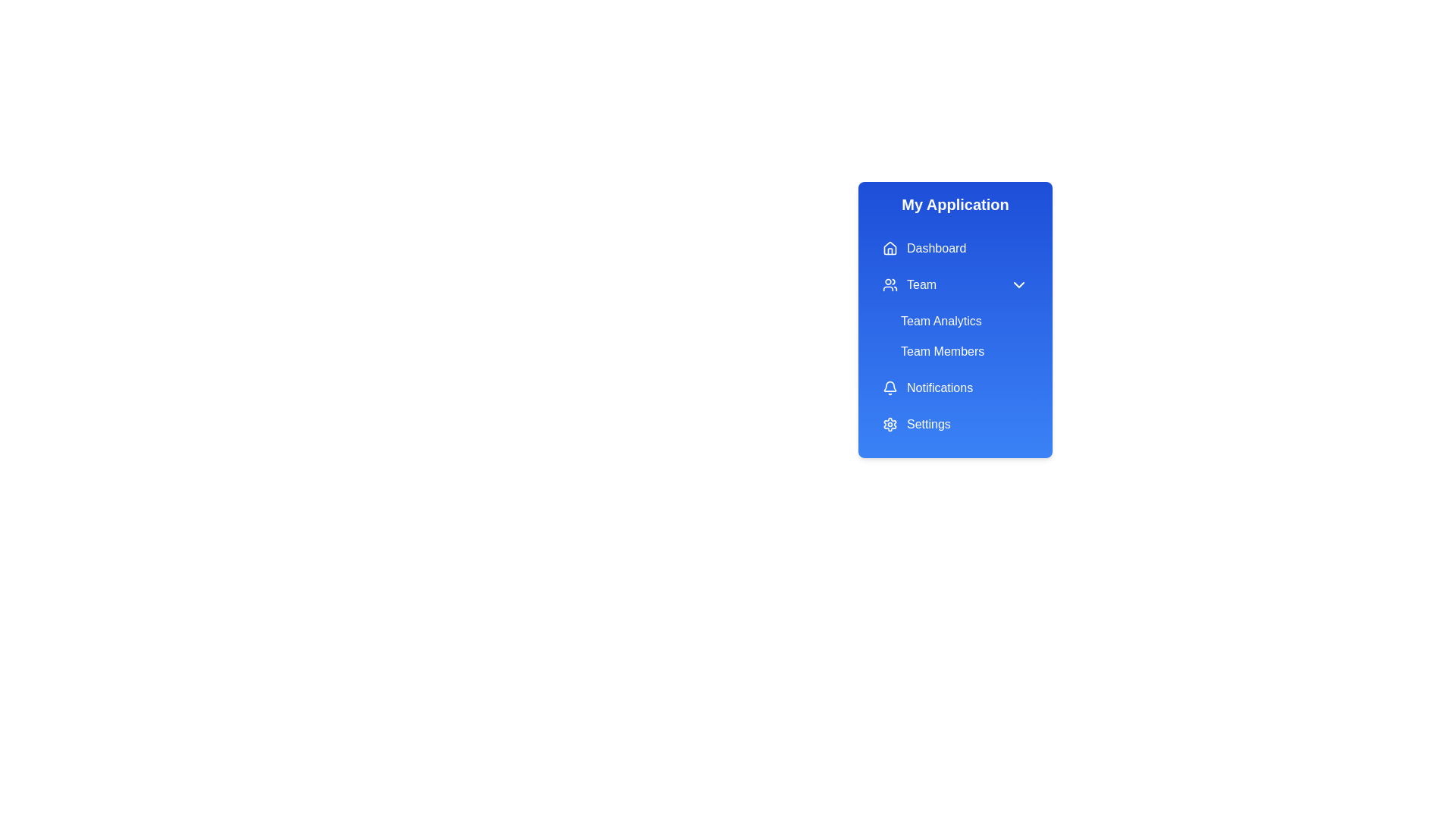 The height and width of the screenshot is (819, 1456). I want to click on the 'Team' navigation link, which features a user silhouette icon and is positioned, so click(909, 284).